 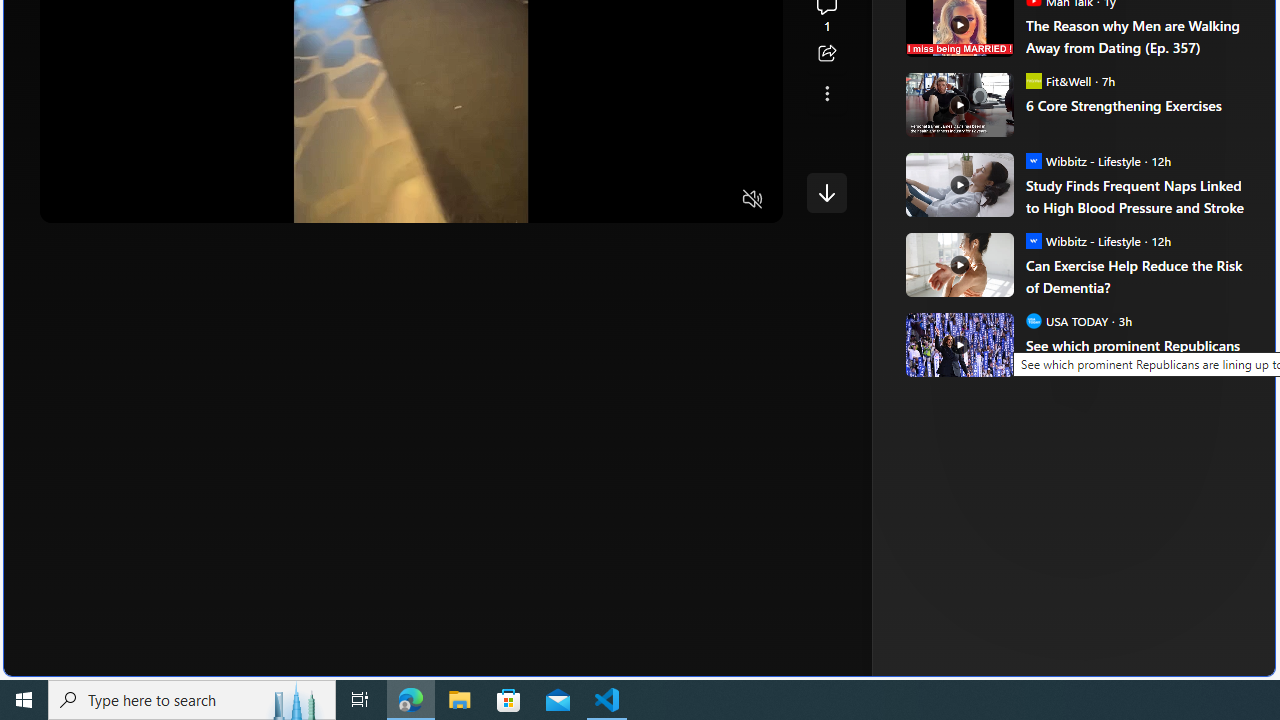 What do you see at coordinates (1057, 79) in the screenshot?
I see `'Fit&Well Fit&Well'` at bounding box center [1057, 79].